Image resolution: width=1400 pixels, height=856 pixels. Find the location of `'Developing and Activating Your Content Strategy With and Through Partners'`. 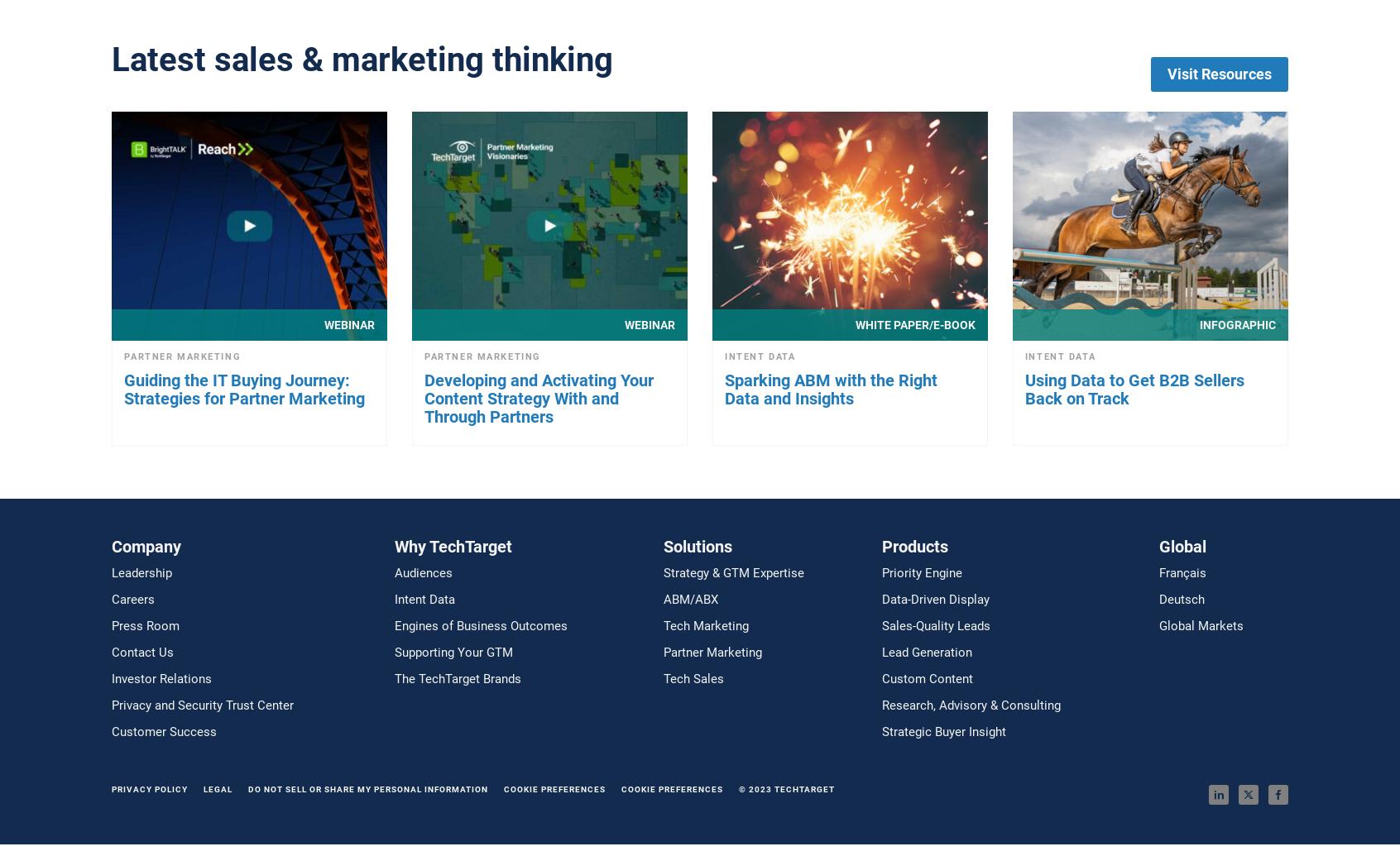

'Developing and Activating Your Content Strategy With and Through Partners' is located at coordinates (539, 397).